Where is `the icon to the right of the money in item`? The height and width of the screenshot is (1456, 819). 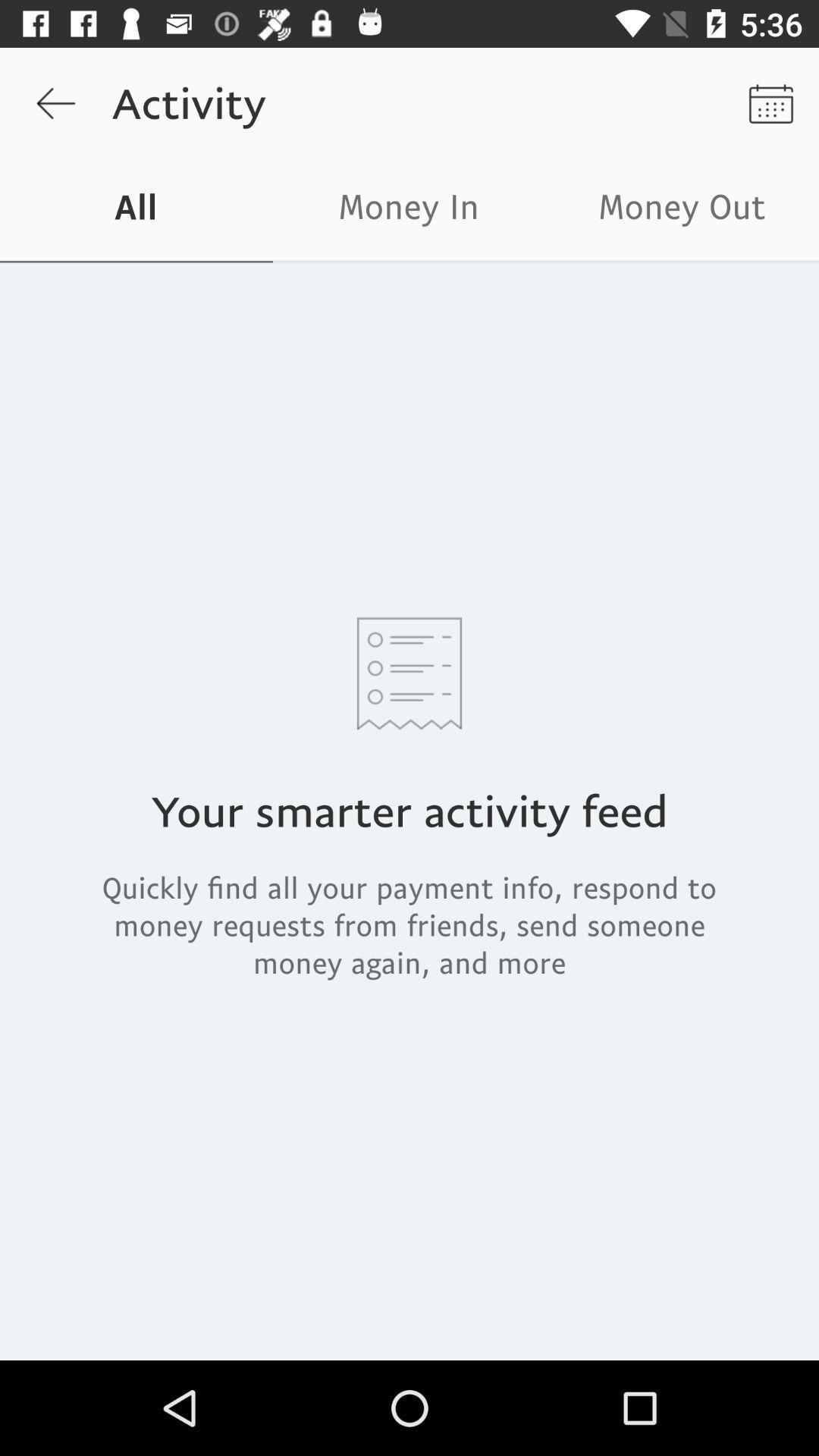
the icon to the right of the money in item is located at coordinates (681, 210).